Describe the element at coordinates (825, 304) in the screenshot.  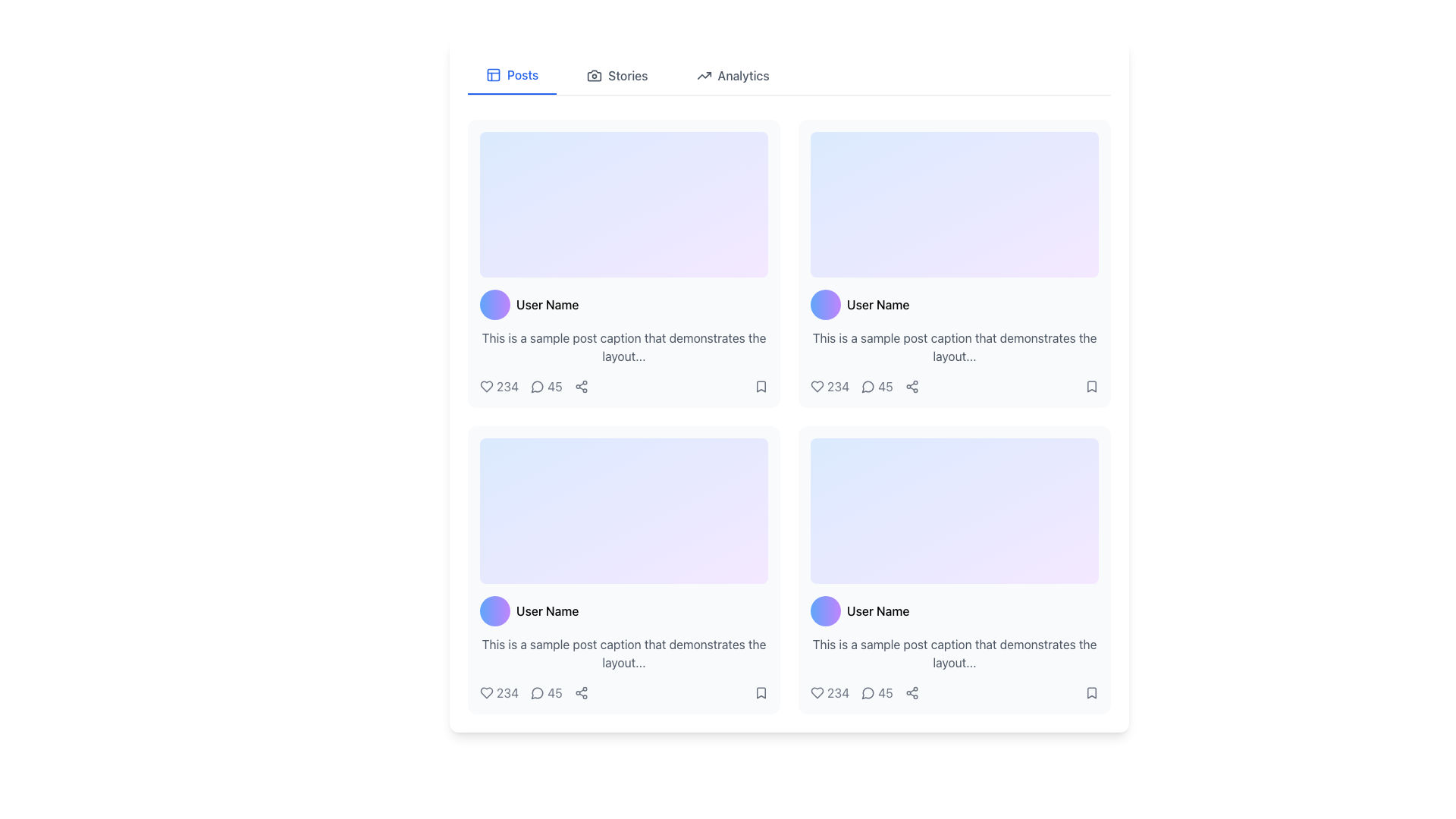
I see `the graphical details of the Avatar representation located in the top-right quadrant of the interface, positioned next to the 'User Name' text` at that location.